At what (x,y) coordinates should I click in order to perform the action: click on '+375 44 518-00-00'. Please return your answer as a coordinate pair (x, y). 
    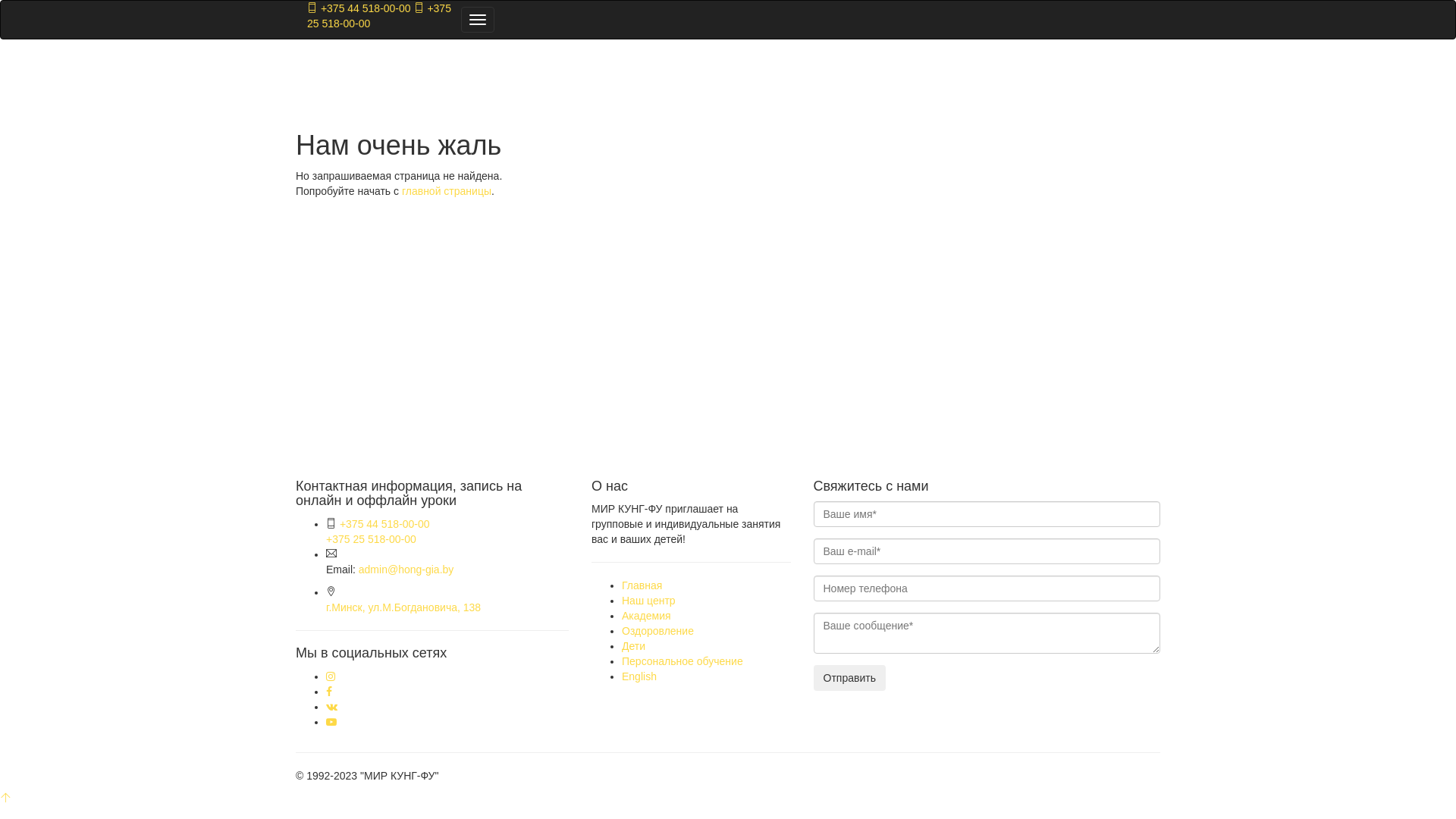
    Looking at the image, I should click on (384, 522).